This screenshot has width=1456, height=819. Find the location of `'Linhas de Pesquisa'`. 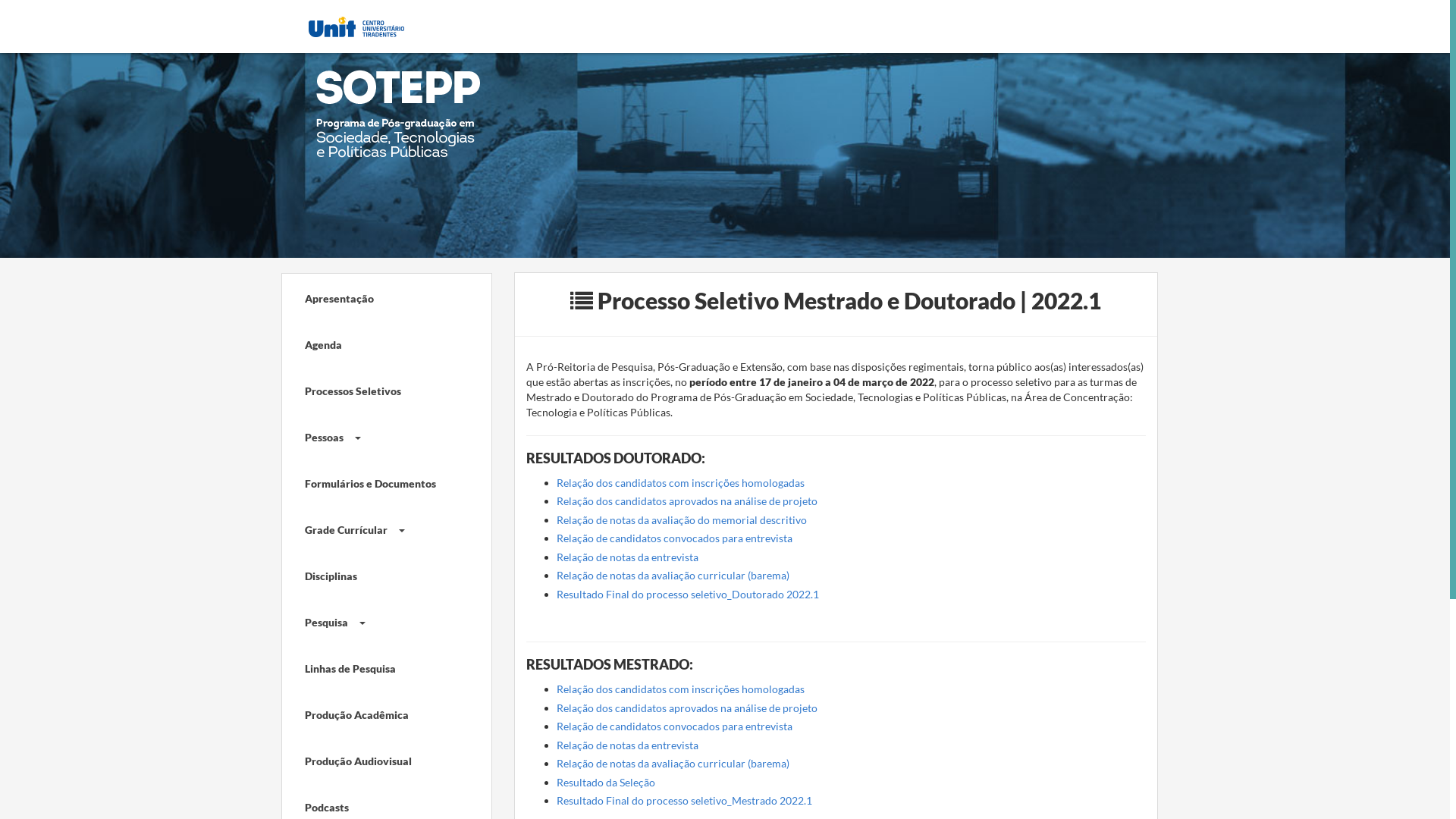

'Linhas de Pesquisa' is located at coordinates (374, 666).